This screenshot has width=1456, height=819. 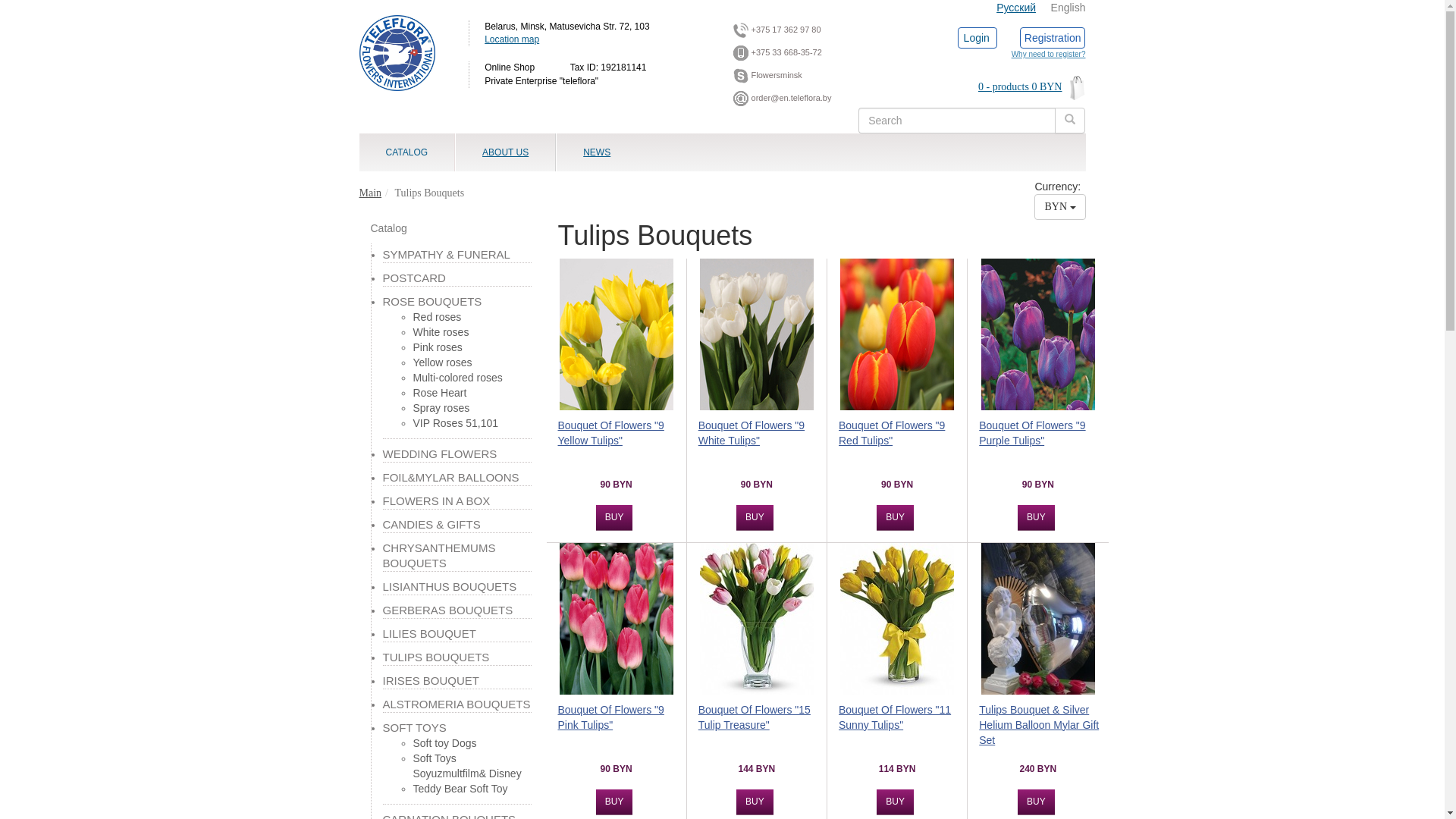 What do you see at coordinates (457, 376) in the screenshot?
I see `'Multi-colored roses'` at bounding box center [457, 376].